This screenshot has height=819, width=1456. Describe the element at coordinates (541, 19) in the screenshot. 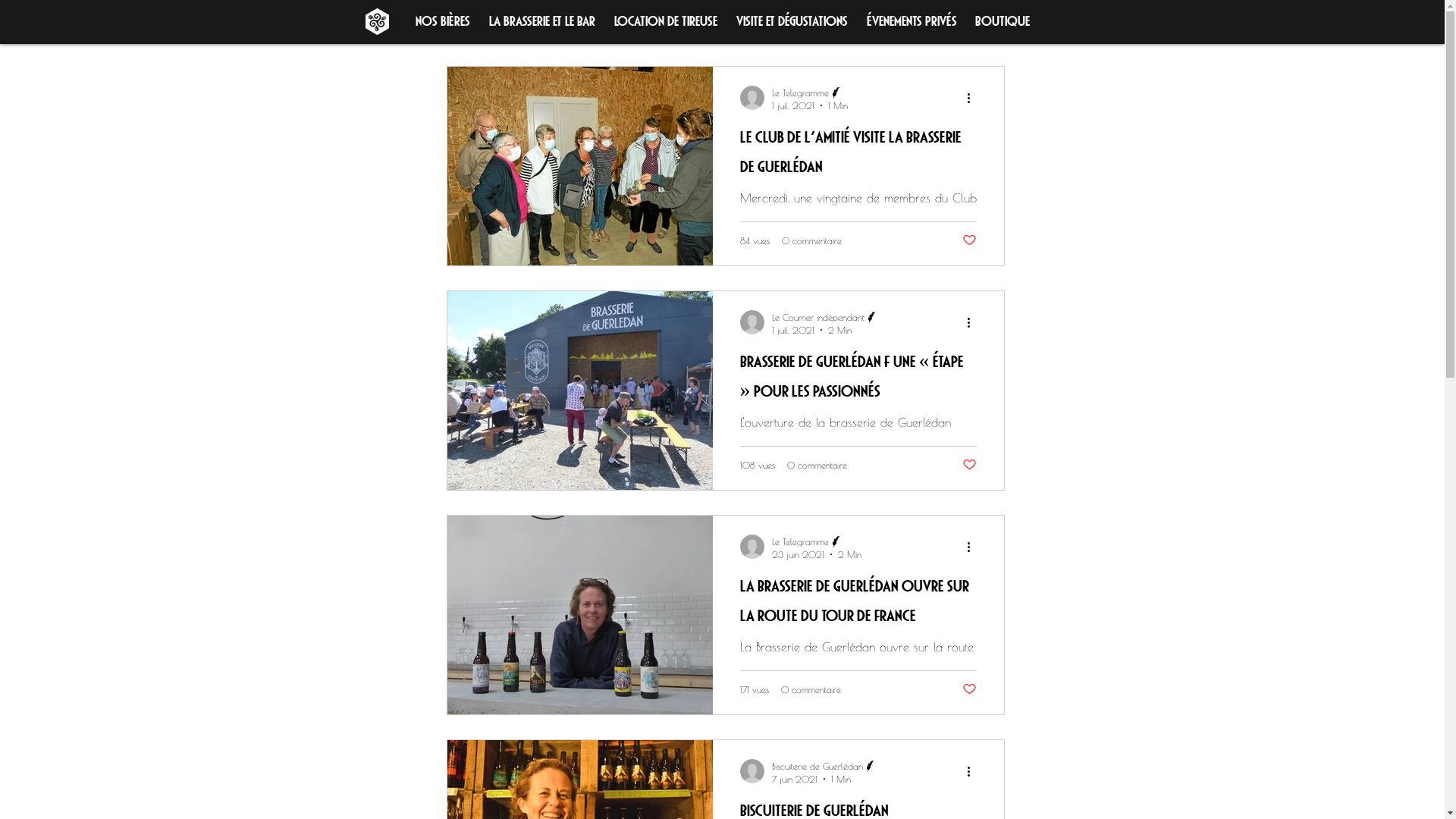

I see `'La brasserie et le Bar'` at that location.